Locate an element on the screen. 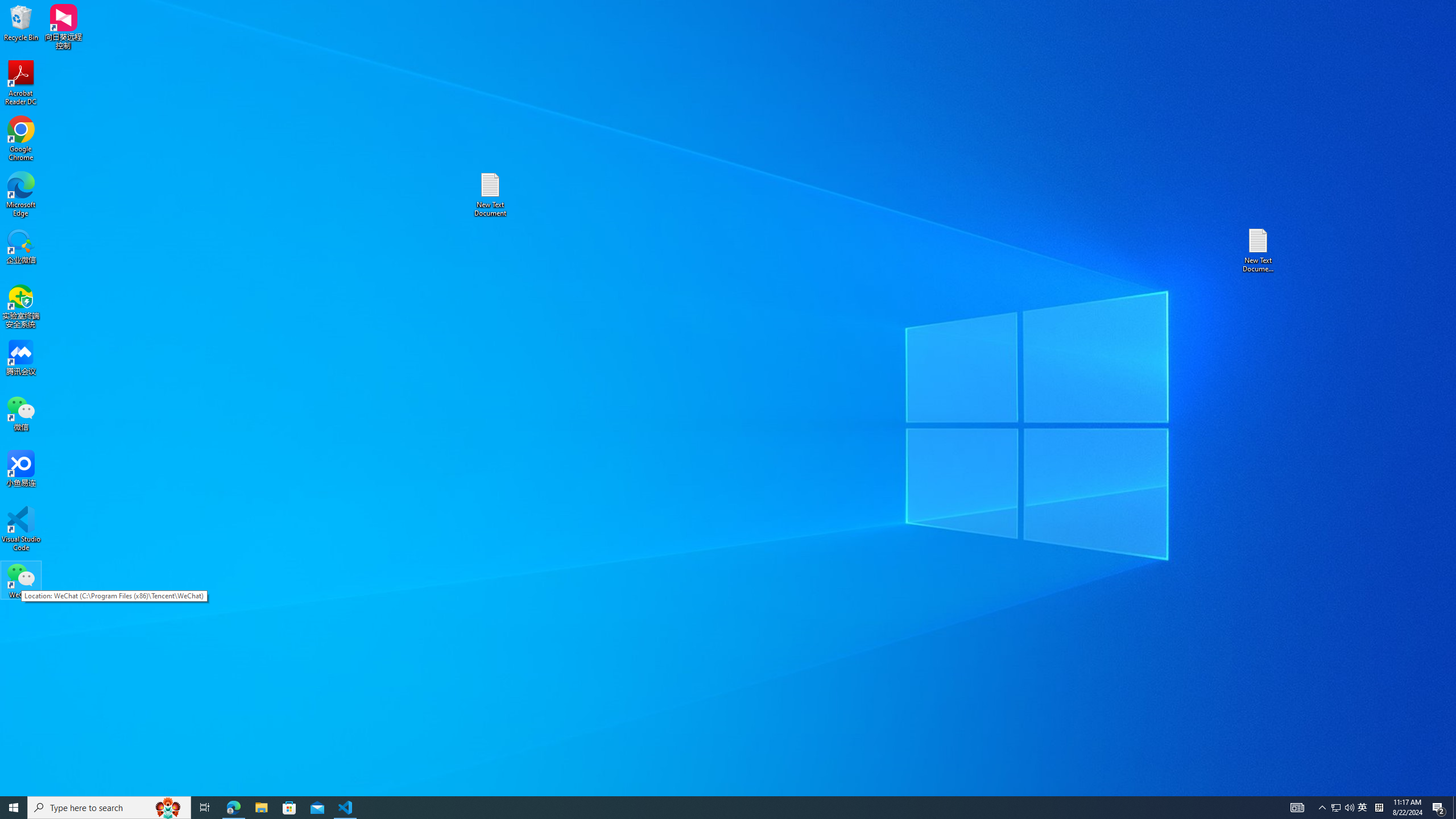  'Microsoft Edge' is located at coordinates (20, 194).